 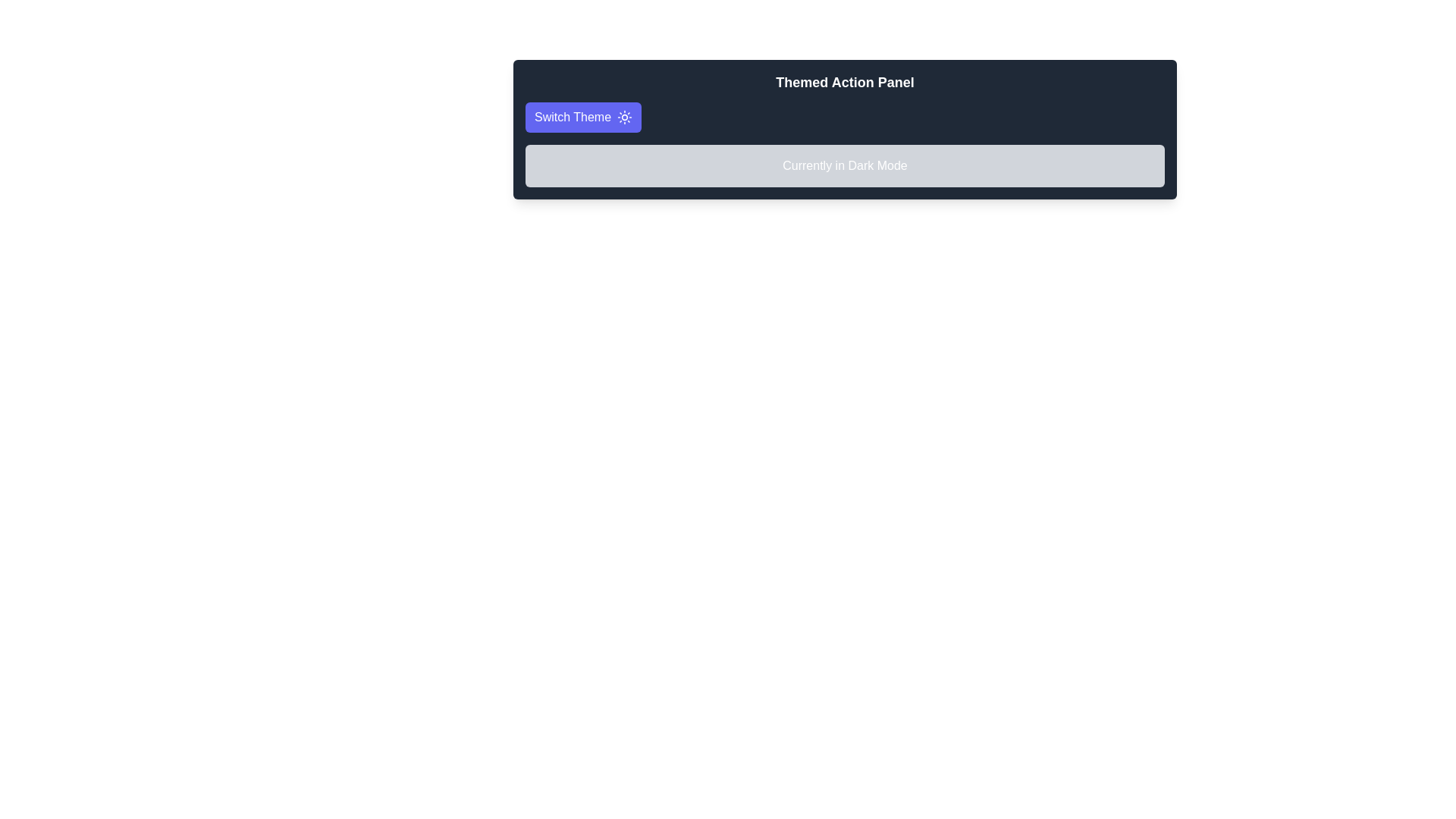 What do you see at coordinates (572, 116) in the screenshot?
I see `the 'Switch Theme' text label within the button located in the upper-left corner of the navigation bar` at bounding box center [572, 116].